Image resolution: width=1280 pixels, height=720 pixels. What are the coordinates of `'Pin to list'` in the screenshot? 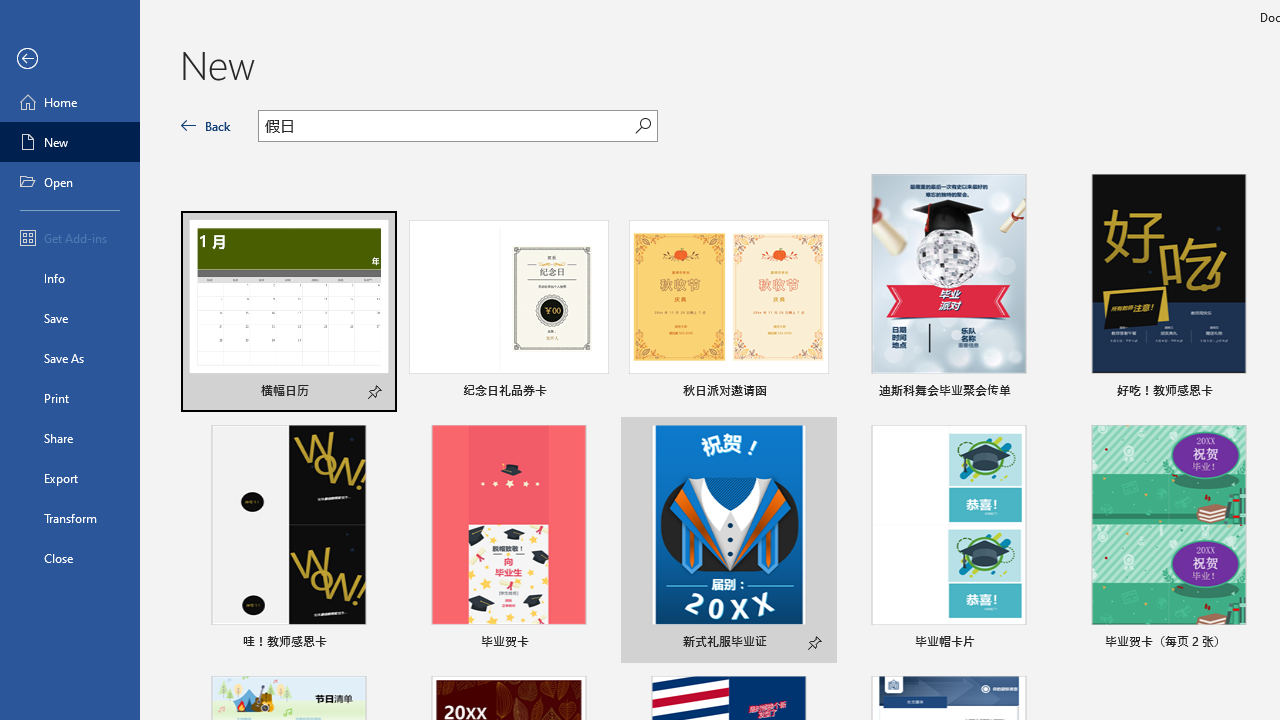 It's located at (1254, 644).